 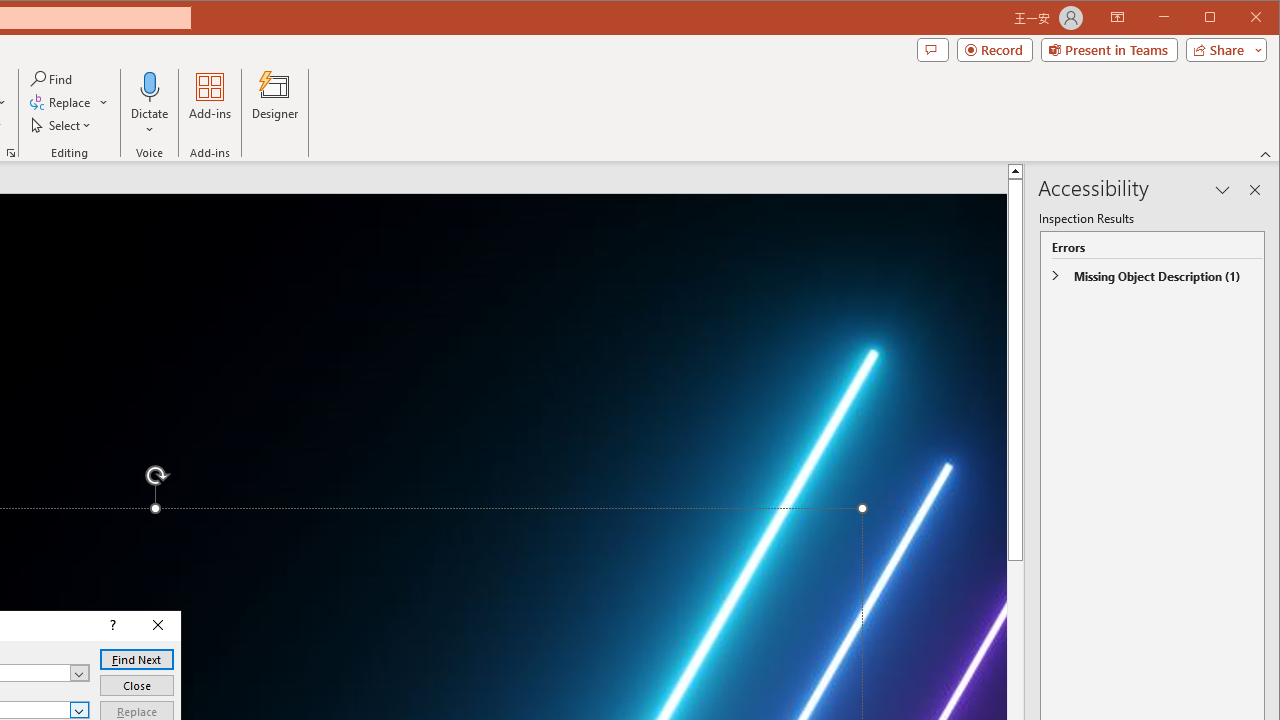 I want to click on 'Context help', so click(x=110, y=625).